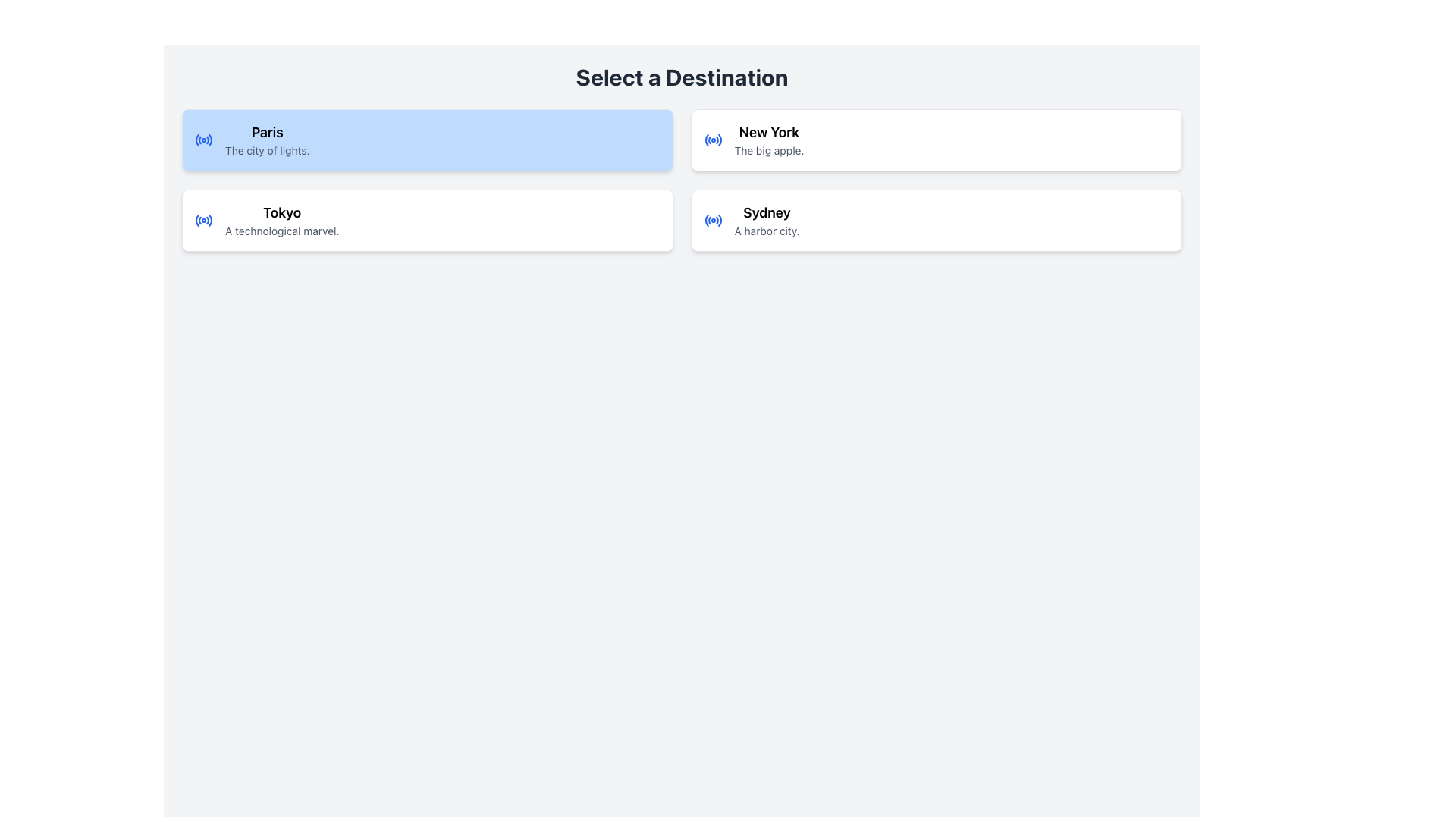  What do you see at coordinates (267, 131) in the screenshot?
I see `the text label displaying 'Paris', which is styled in a larger, bold font on a blue background, located in the left column of selectable city options` at bounding box center [267, 131].